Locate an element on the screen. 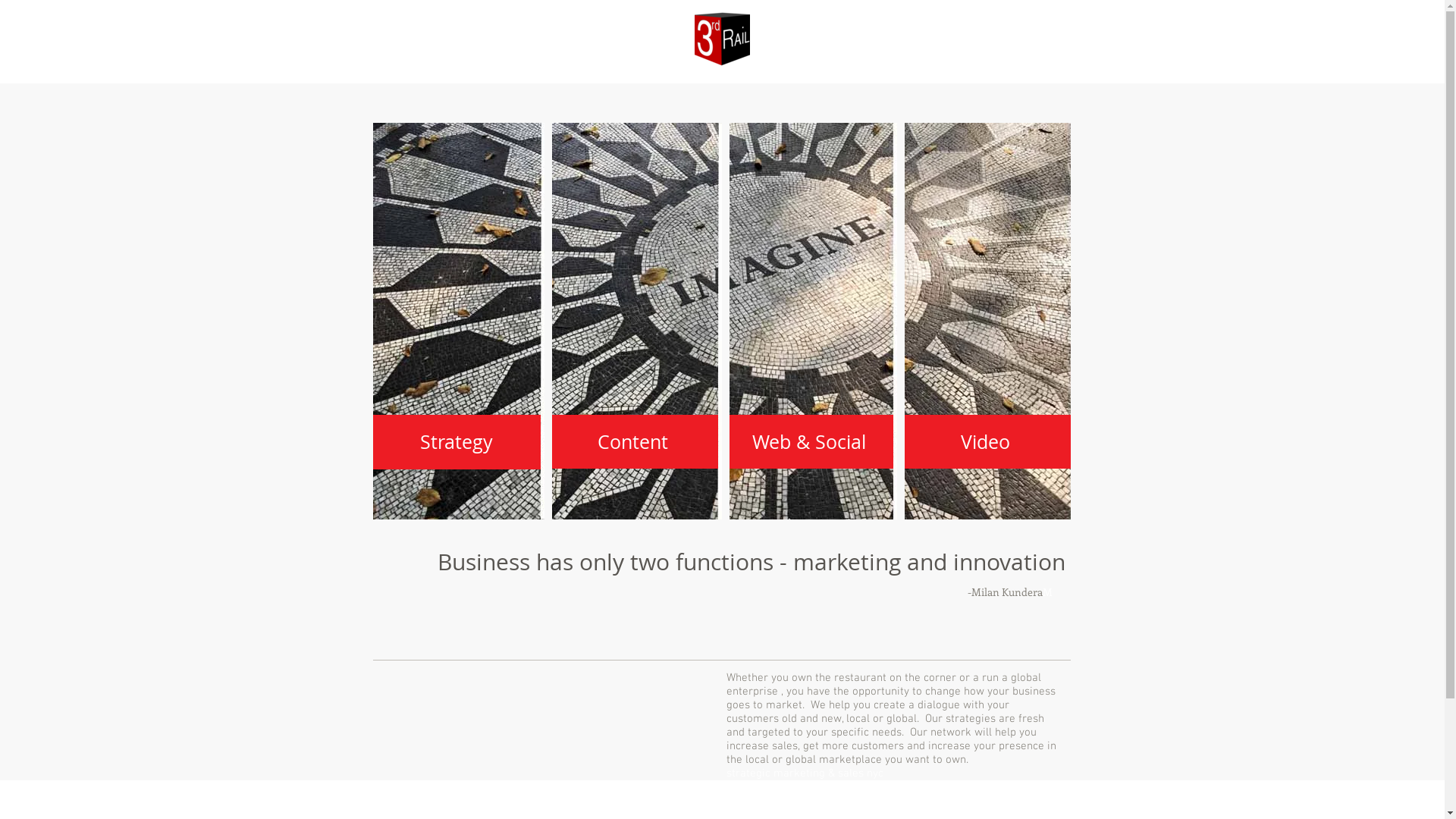 The width and height of the screenshot is (1456, 819). 'Content' is located at coordinates (632, 441).